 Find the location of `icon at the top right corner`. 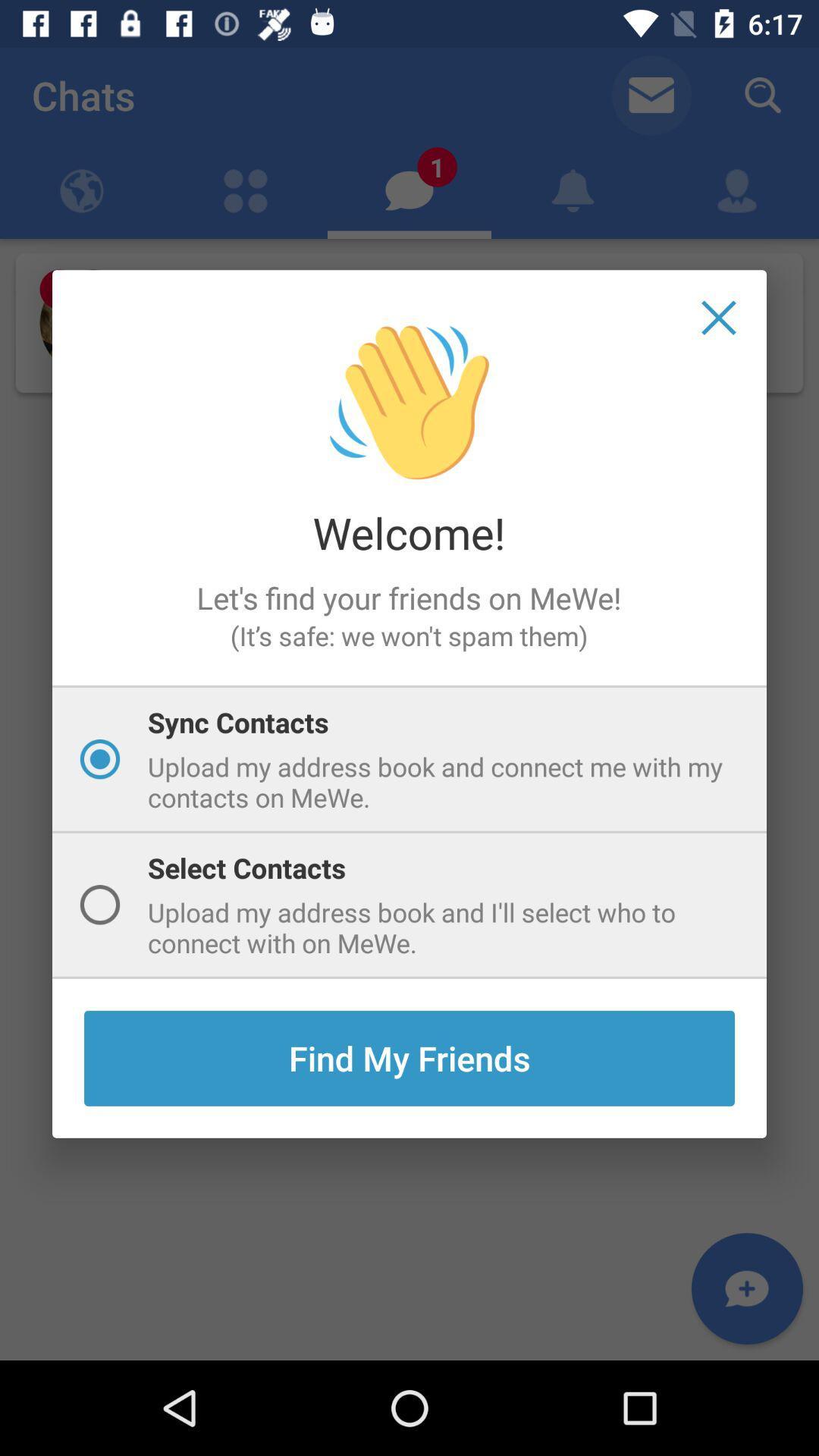

icon at the top right corner is located at coordinates (718, 317).